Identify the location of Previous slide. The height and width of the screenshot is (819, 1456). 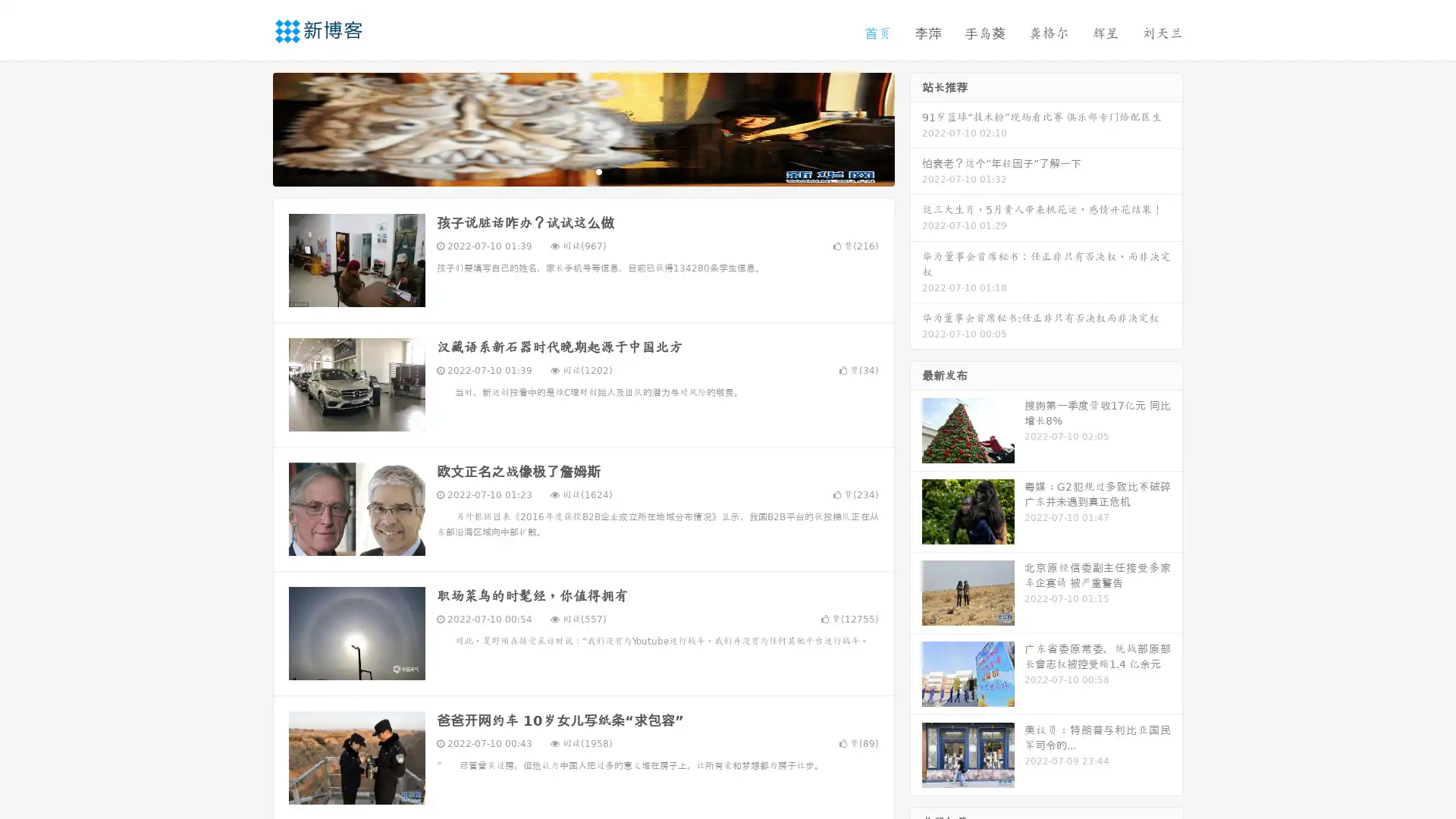
(250, 127).